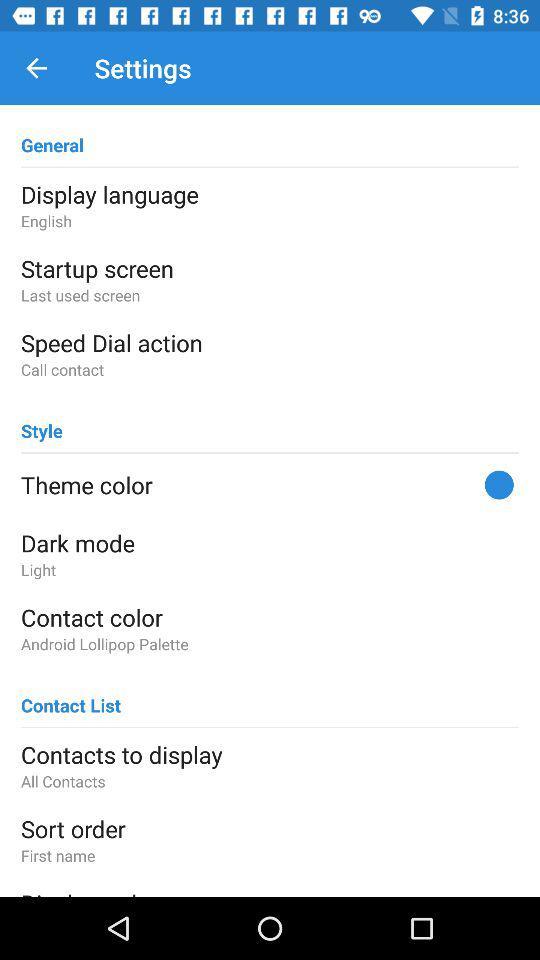 The height and width of the screenshot is (960, 540). Describe the element at coordinates (270, 294) in the screenshot. I see `the item above speed dial action` at that location.